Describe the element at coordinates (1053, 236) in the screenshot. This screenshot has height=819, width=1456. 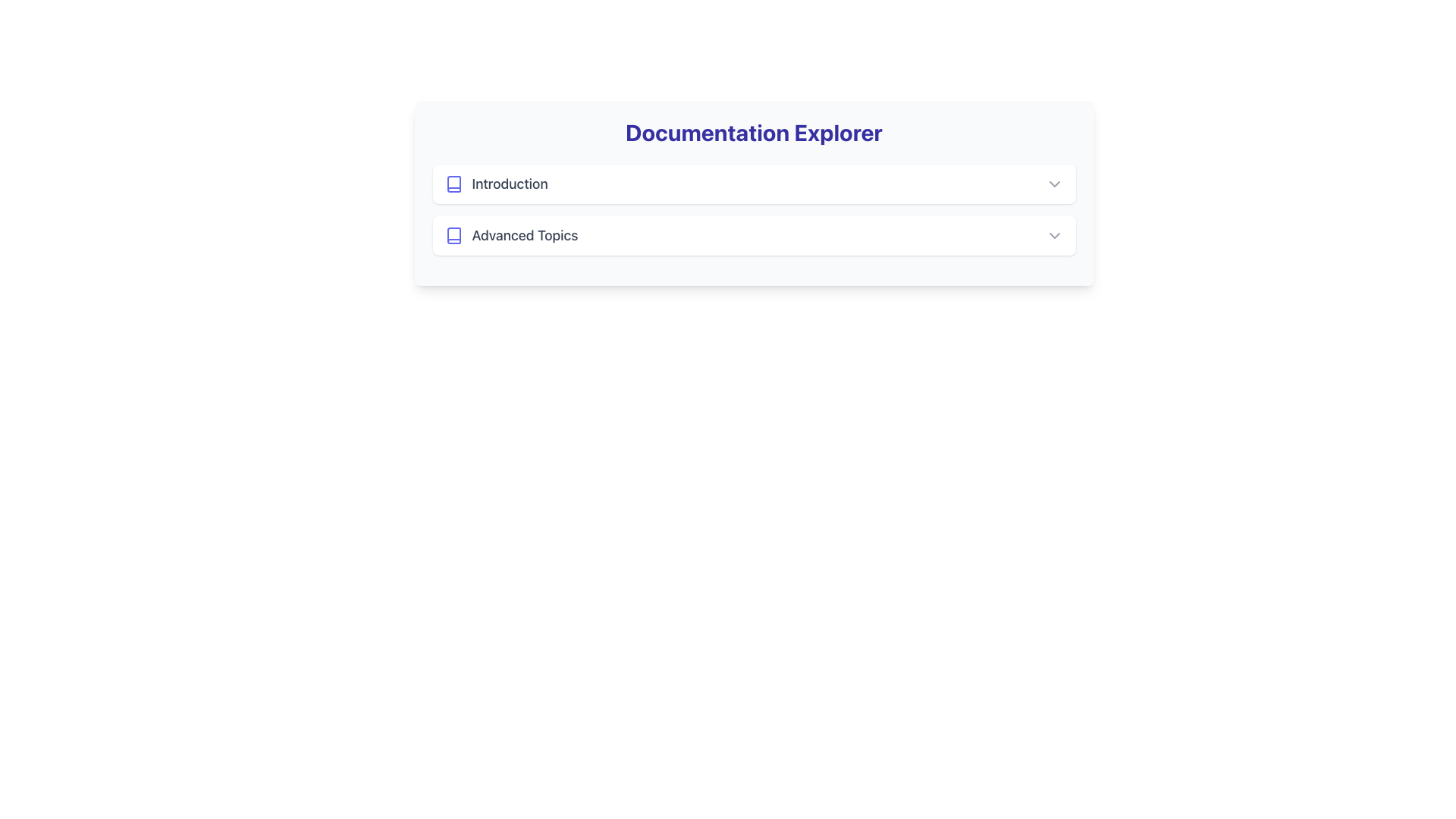
I see `the small gray chevron-down icon located at the far-right section of the 'Advanced Topics' button` at that location.